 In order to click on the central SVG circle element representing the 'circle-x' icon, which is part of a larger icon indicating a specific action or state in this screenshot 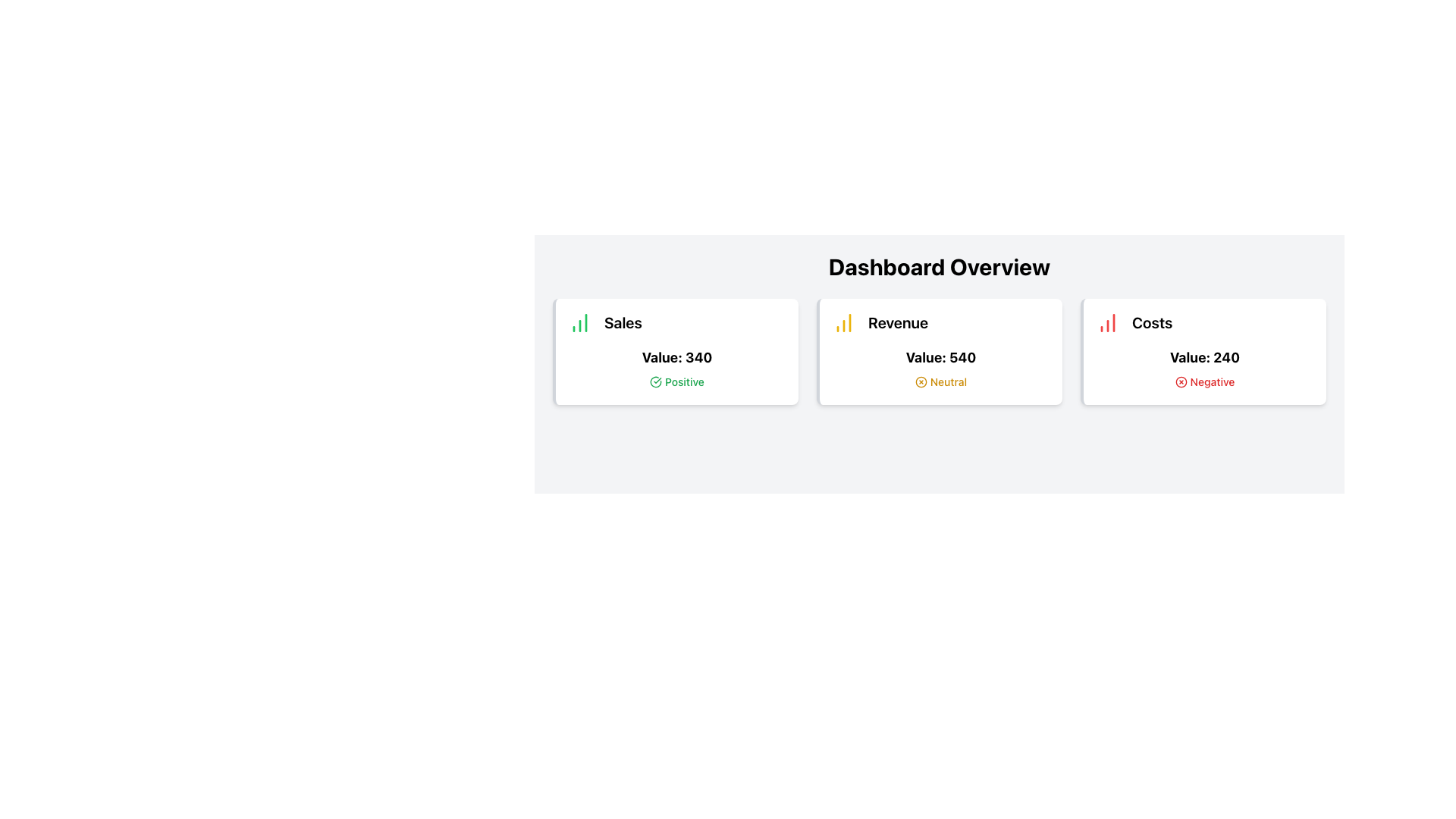, I will do `click(920, 381)`.